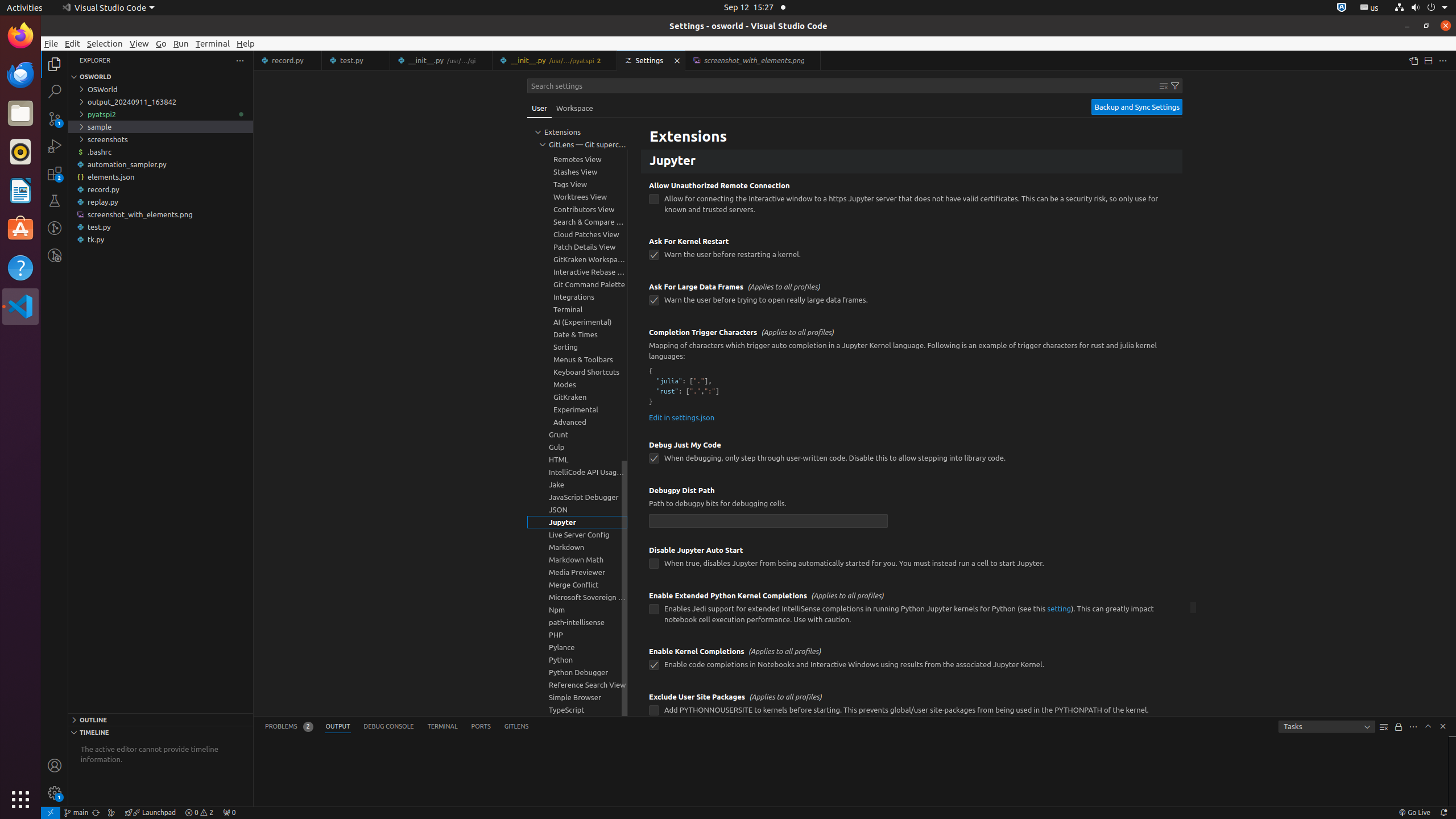  Describe the element at coordinates (911, 375) in the screenshot. I see `' Completion Trigger Characters. Setting value retained when switching profiles. Mapping of characters which trigger auto completion in a Jupyter Kernel language. Following is an example of trigger characters for rust and julia kernel languages: { "julia": ["."], "rust": [".",":"] }'` at that location.